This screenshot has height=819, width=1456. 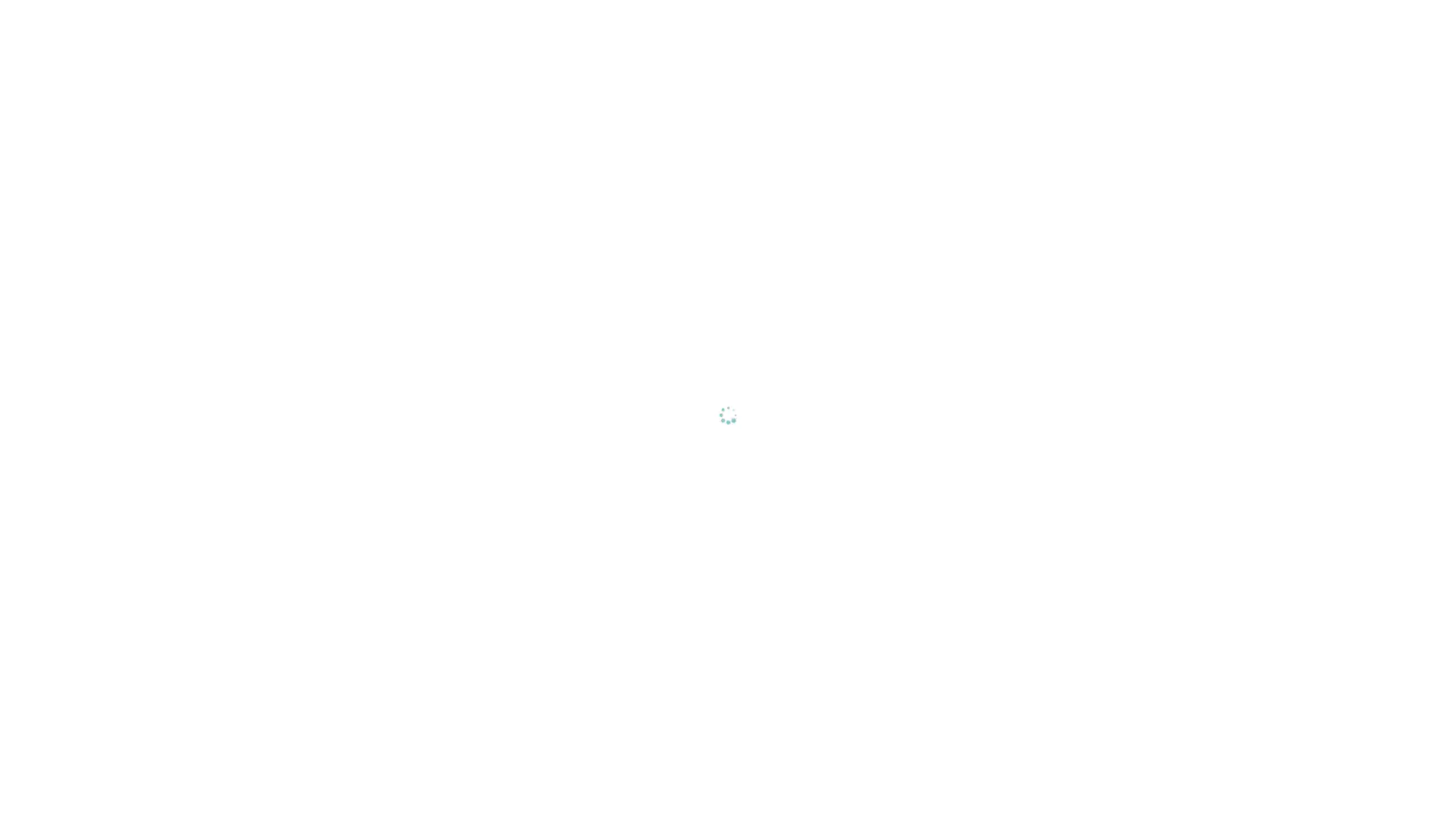 What do you see at coordinates (905, 171) in the screenshot?
I see `Accept All Cookies` at bounding box center [905, 171].